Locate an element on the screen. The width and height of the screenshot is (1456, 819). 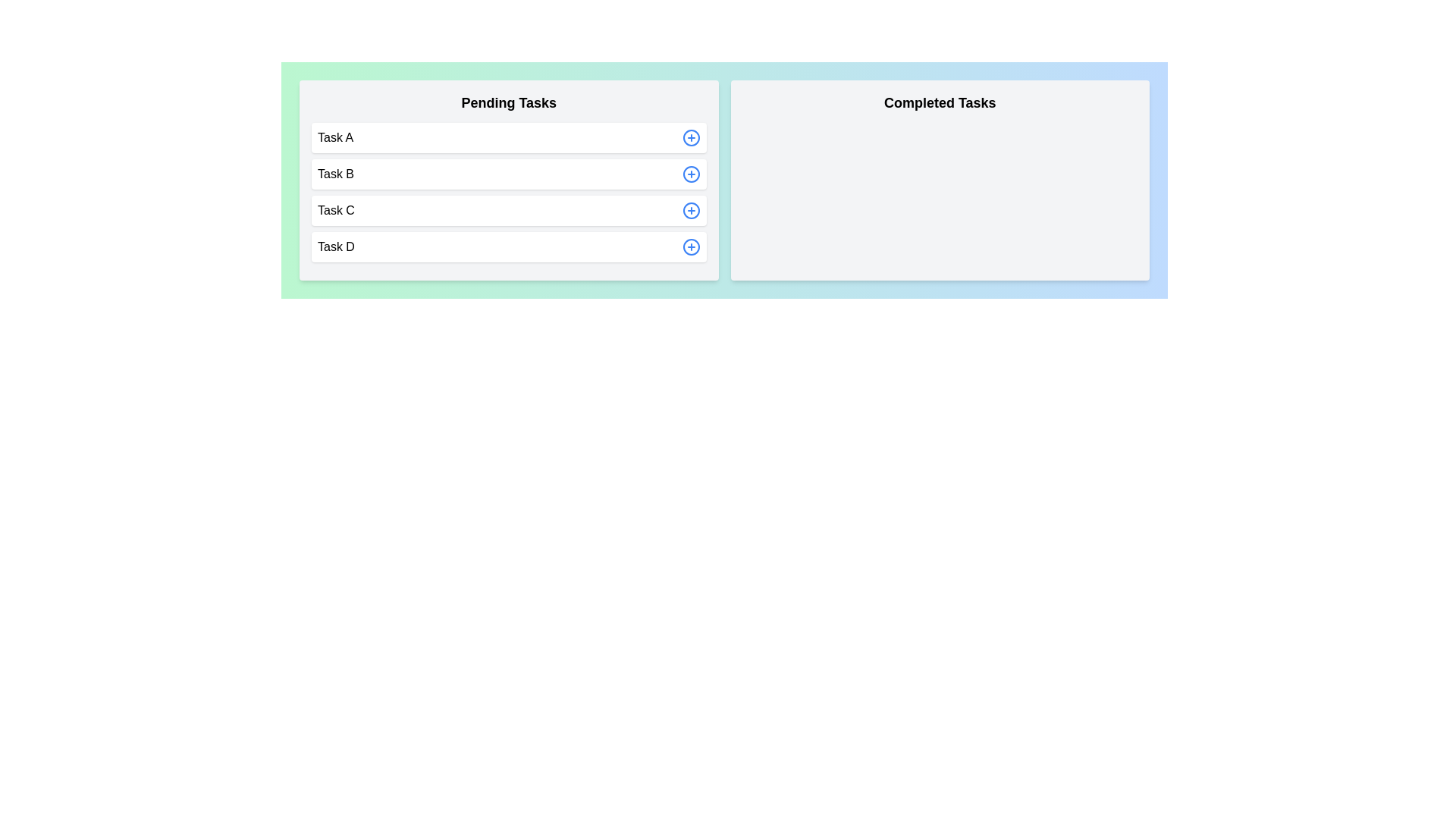
add button next to the task Task D in the 'Pending Tasks' section is located at coordinates (690, 246).